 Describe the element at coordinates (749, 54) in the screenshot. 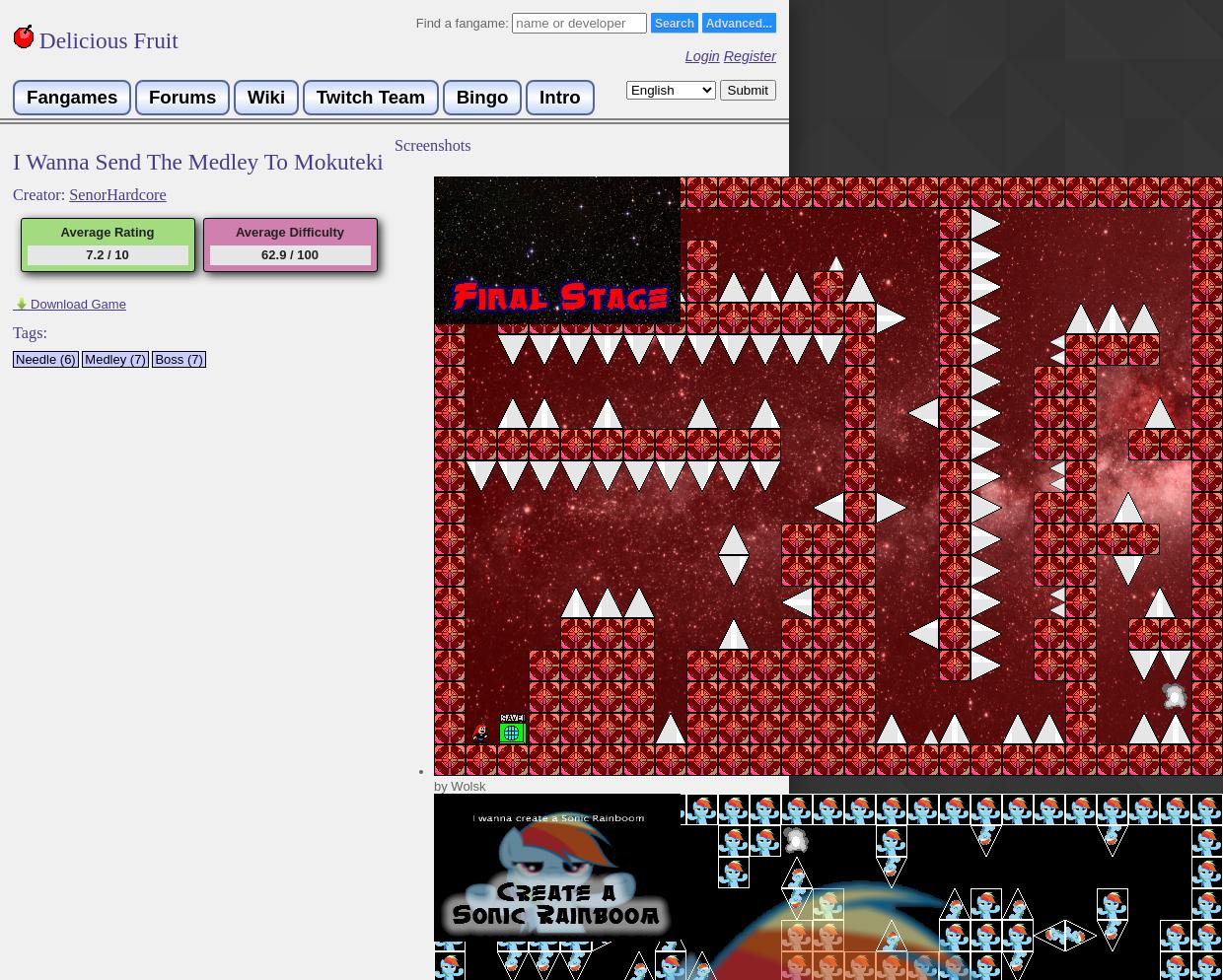

I see `'Register'` at that location.